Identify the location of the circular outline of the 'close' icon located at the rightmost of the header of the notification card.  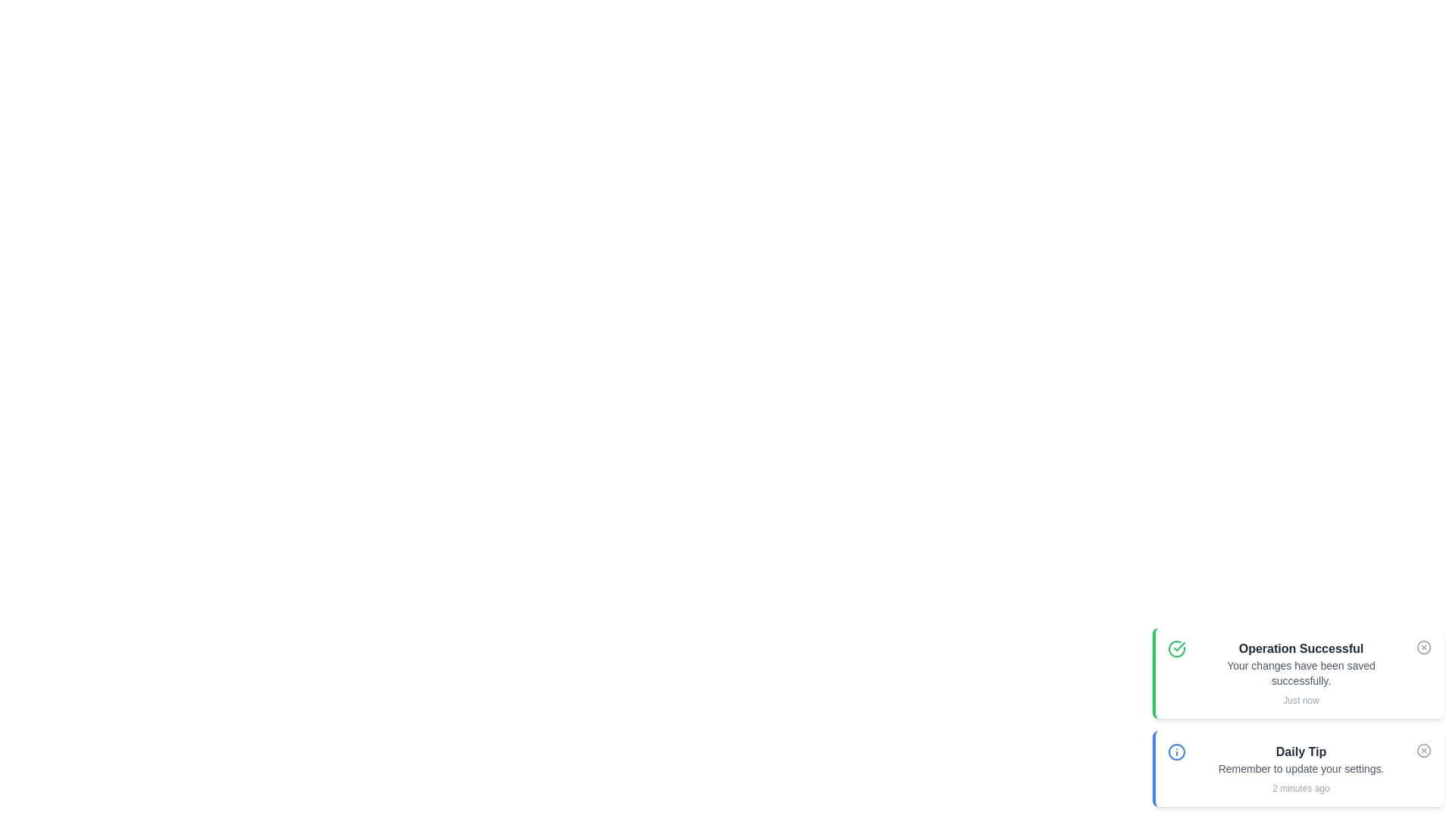
(1423, 647).